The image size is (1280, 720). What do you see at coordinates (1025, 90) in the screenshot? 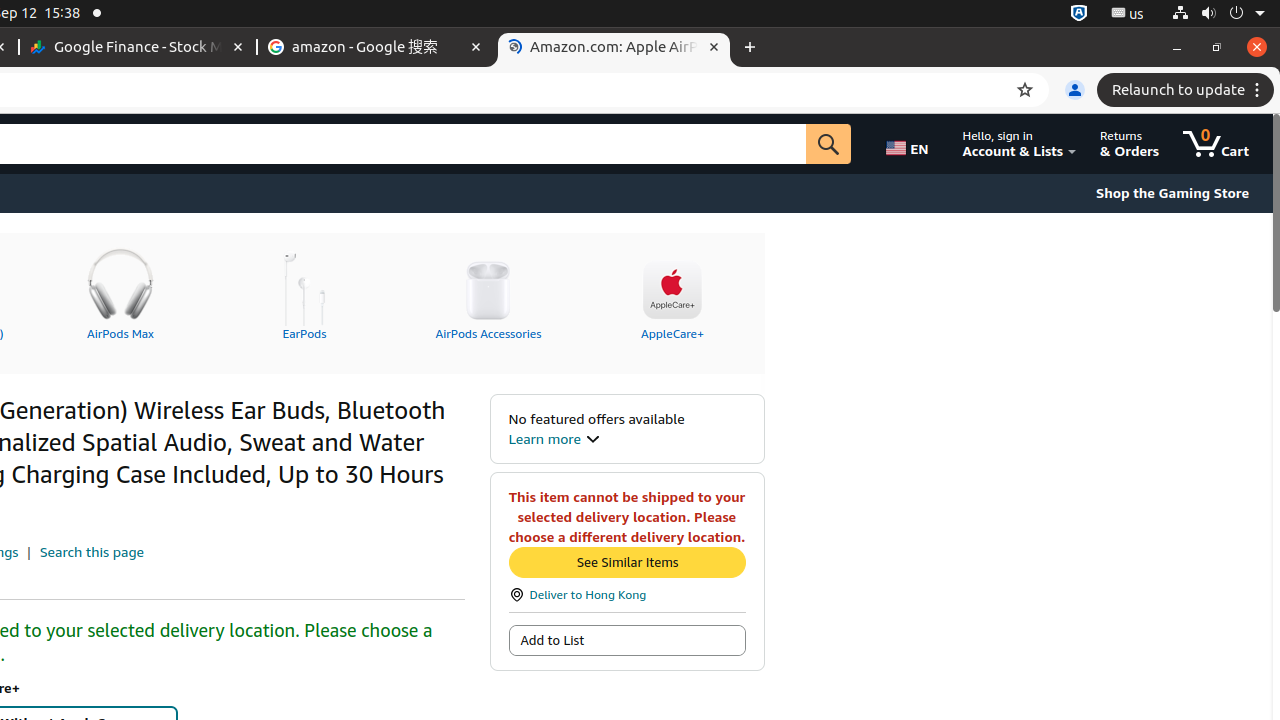
I see `'Bookmark this tab'` at bounding box center [1025, 90].